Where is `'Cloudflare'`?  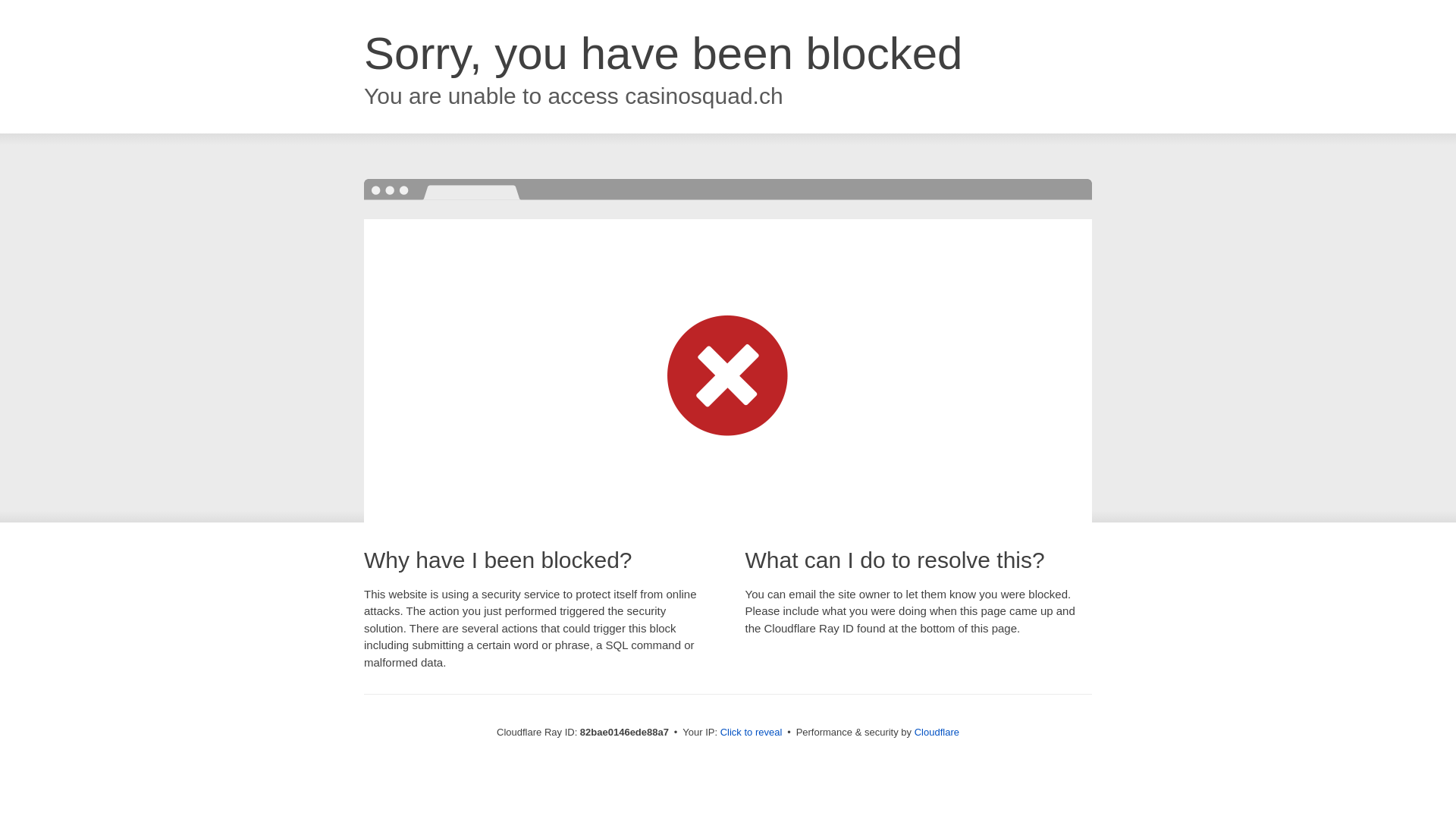
'Cloudflare' is located at coordinates (936, 731).